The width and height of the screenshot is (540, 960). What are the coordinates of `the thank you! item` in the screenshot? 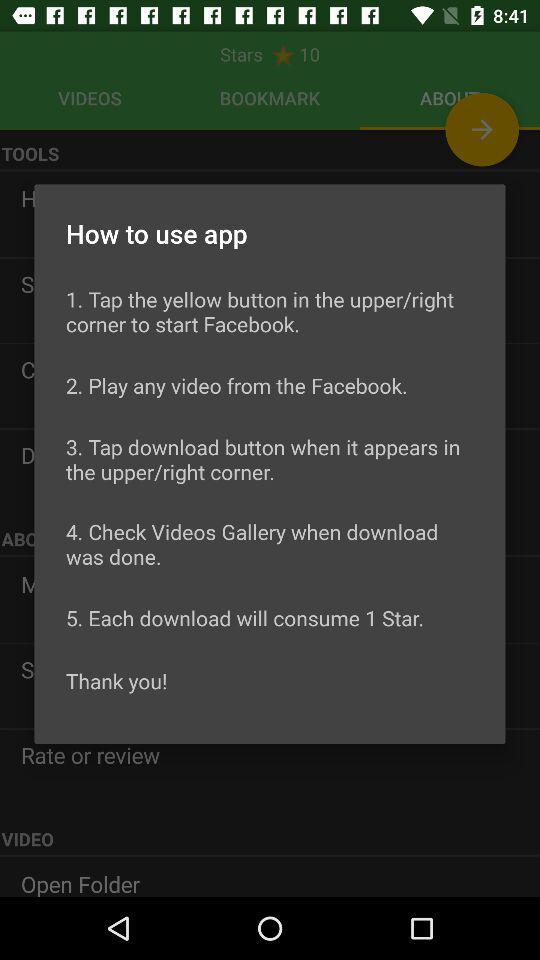 It's located at (116, 681).